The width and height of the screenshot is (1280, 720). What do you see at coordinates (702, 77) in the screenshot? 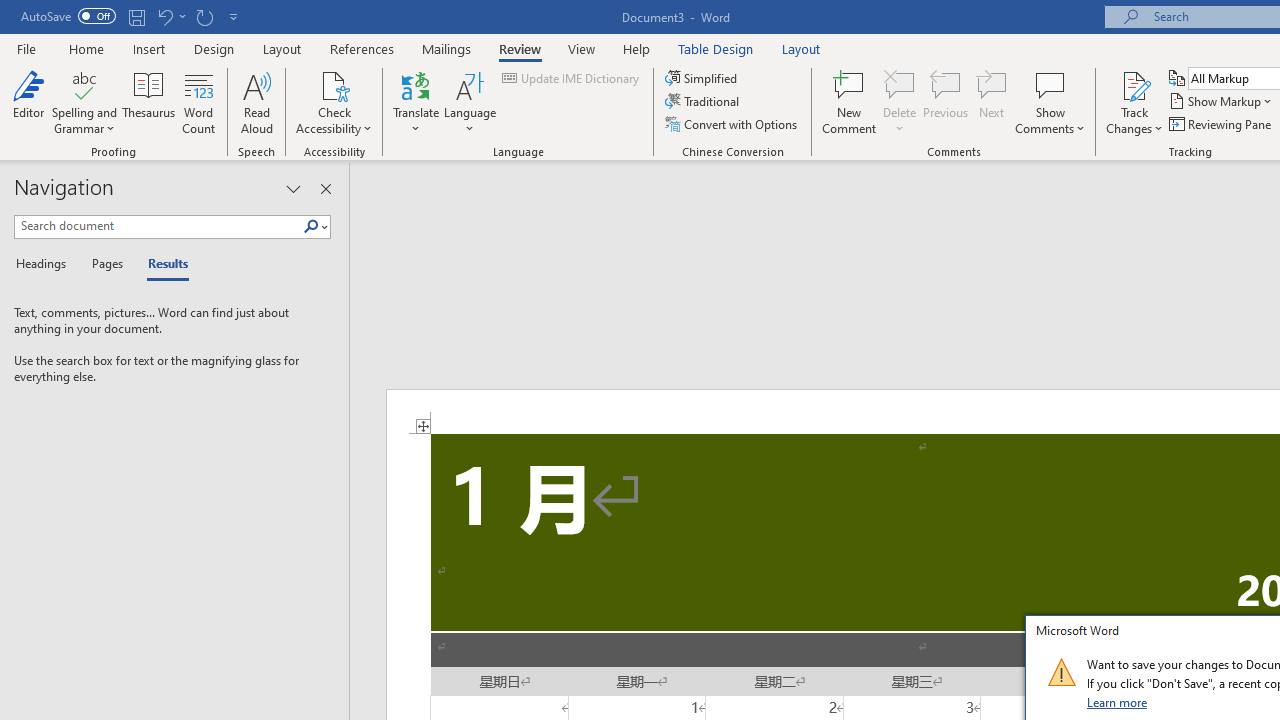
I see `'Simplified'` at bounding box center [702, 77].